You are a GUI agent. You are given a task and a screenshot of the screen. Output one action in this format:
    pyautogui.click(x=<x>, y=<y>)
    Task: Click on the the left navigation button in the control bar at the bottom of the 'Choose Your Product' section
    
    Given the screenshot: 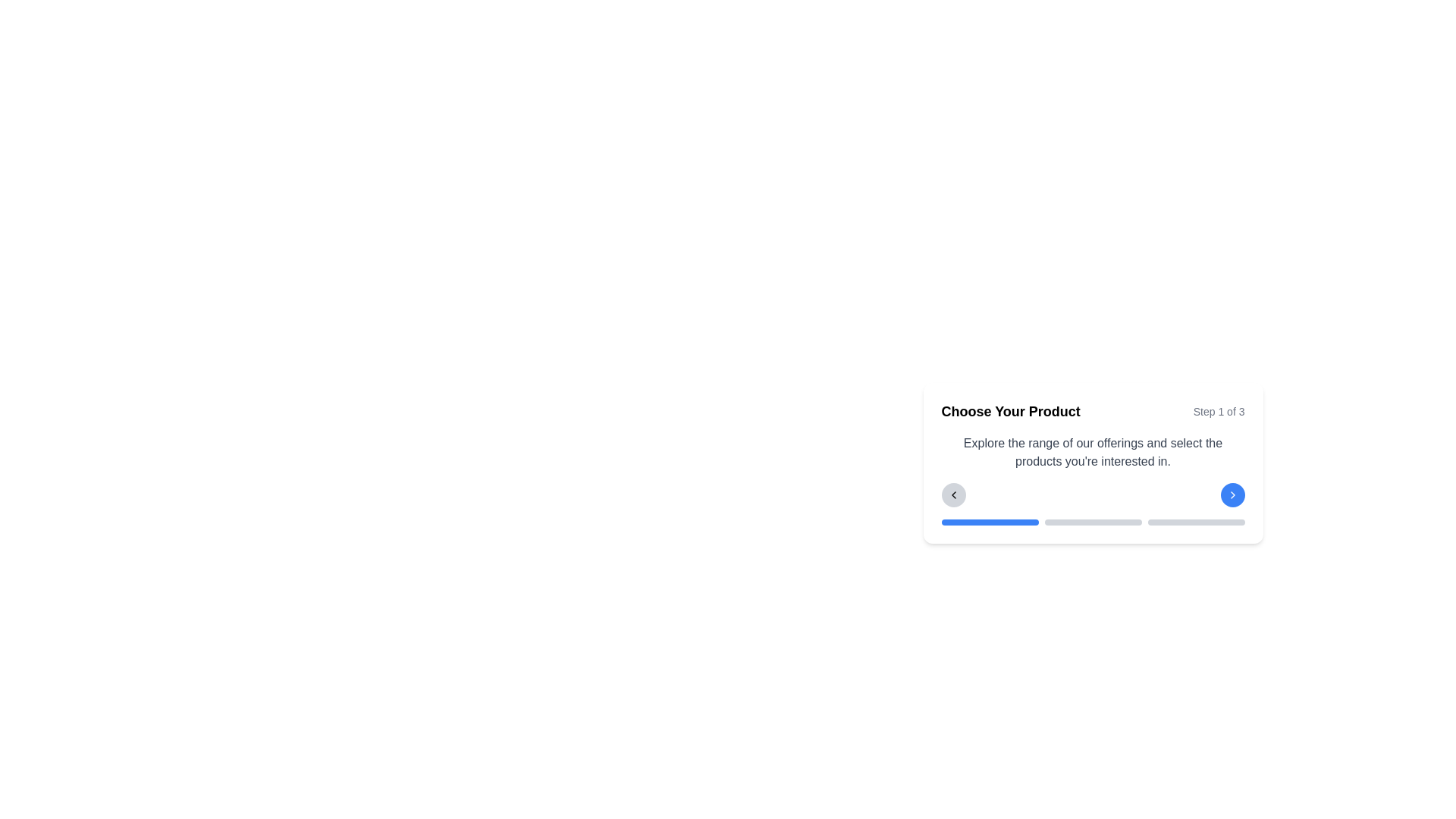 What is the action you would take?
    pyautogui.click(x=952, y=494)
    